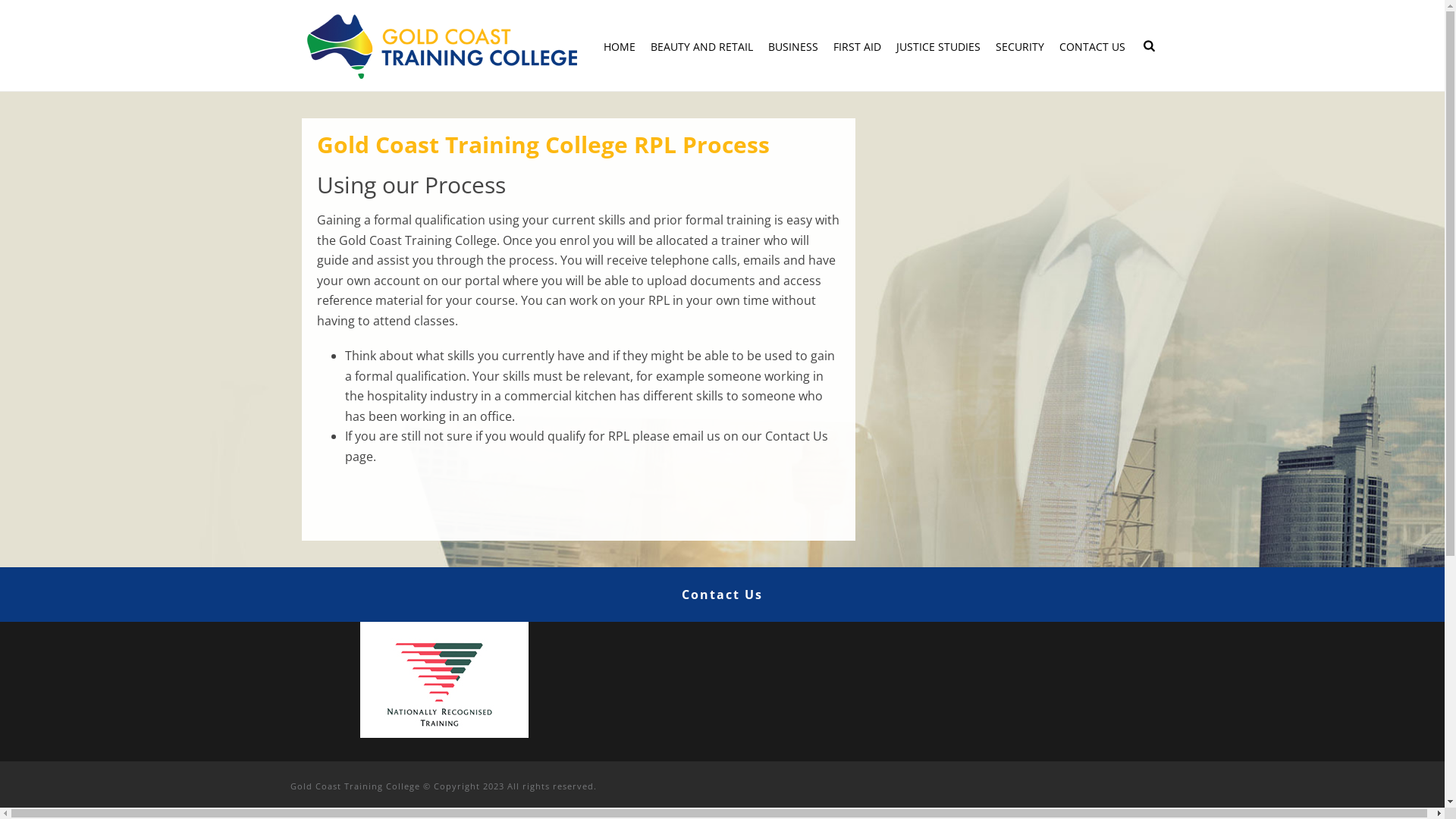 This screenshot has width=1456, height=819. What do you see at coordinates (937, 45) in the screenshot?
I see `'JUSTICE STUDIES'` at bounding box center [937, 45].